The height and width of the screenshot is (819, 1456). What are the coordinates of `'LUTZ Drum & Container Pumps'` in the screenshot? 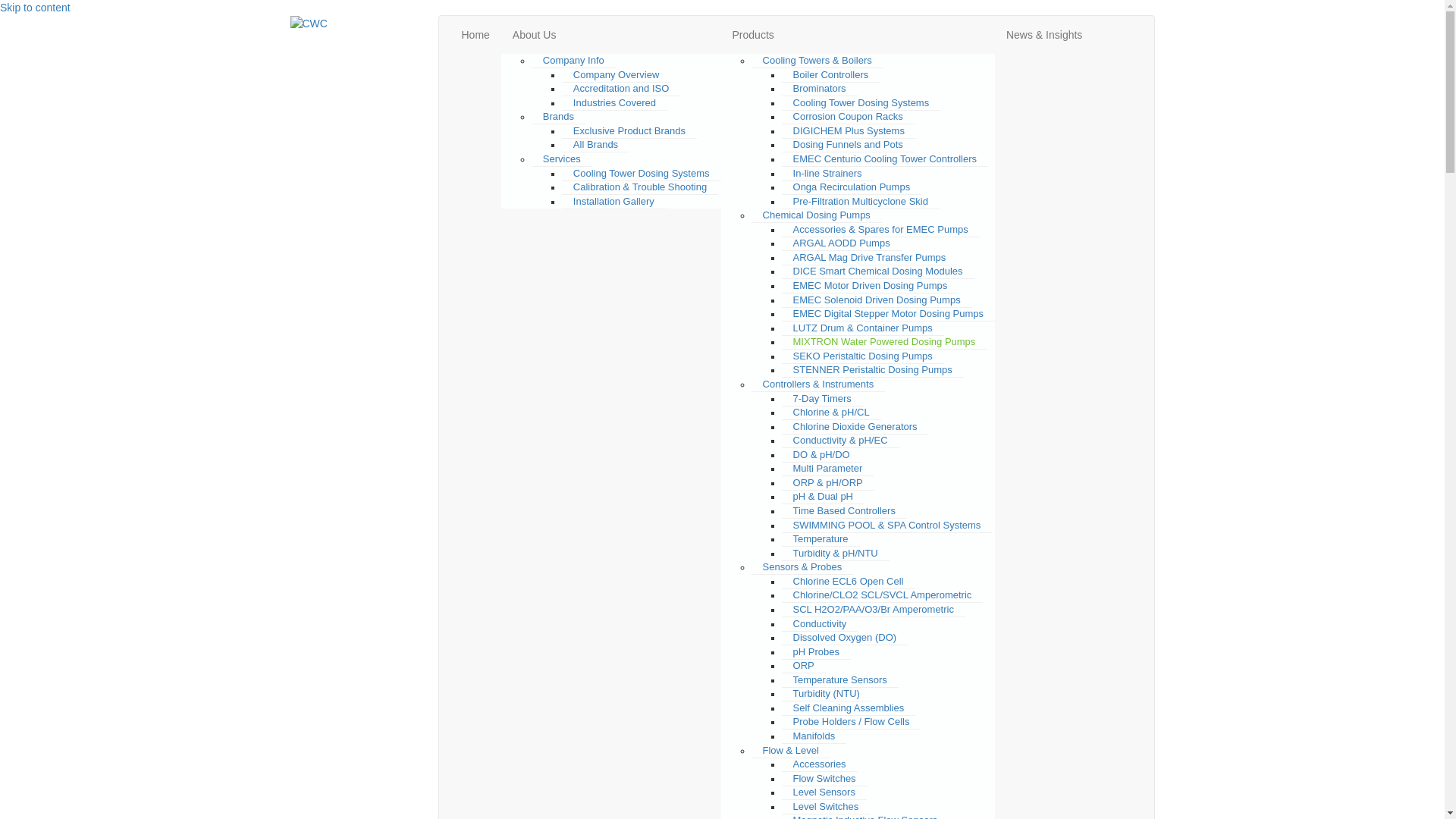 It's located at (782, 327).